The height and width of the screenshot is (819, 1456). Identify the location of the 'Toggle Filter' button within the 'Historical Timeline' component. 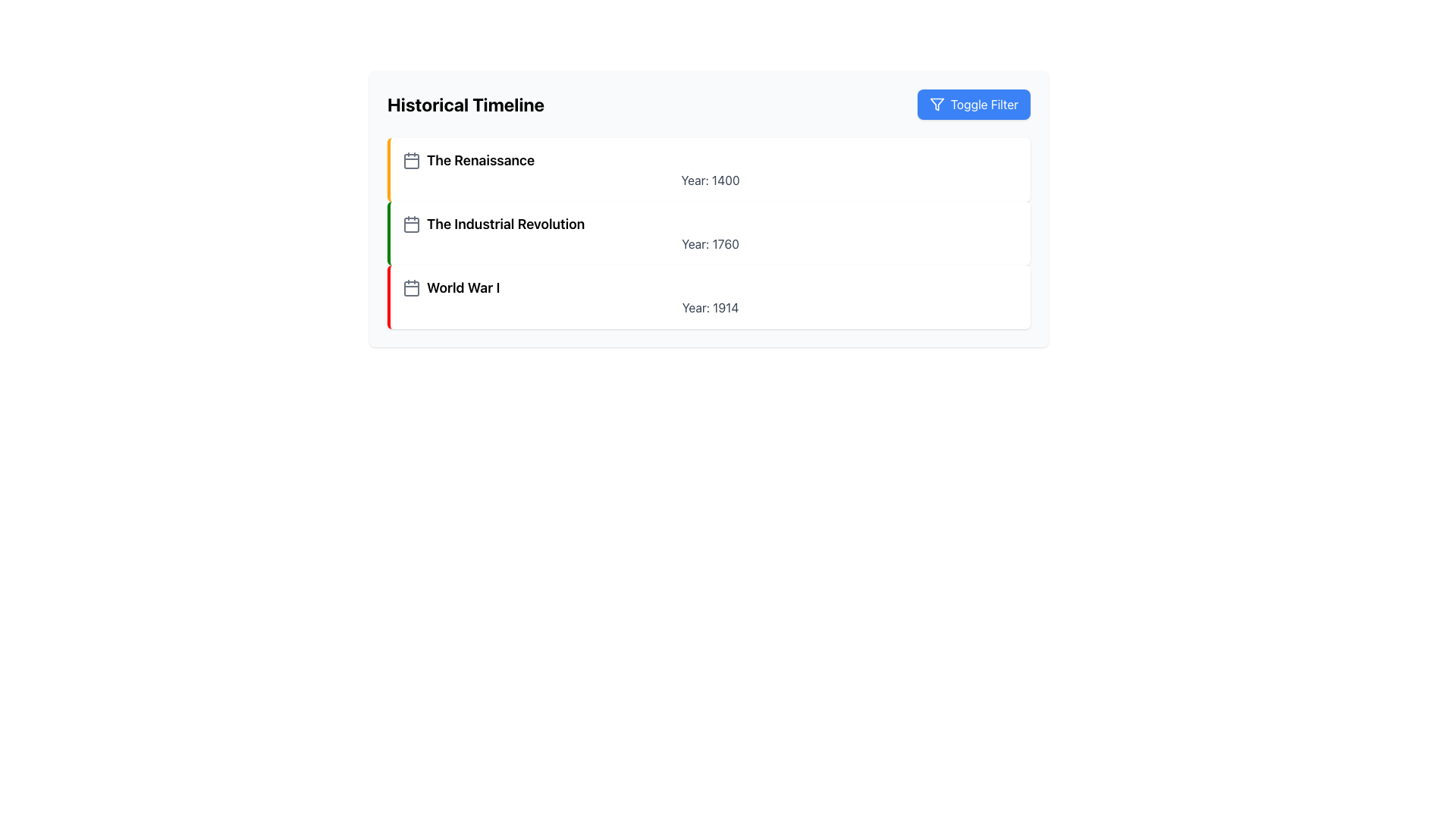
(708, 104).